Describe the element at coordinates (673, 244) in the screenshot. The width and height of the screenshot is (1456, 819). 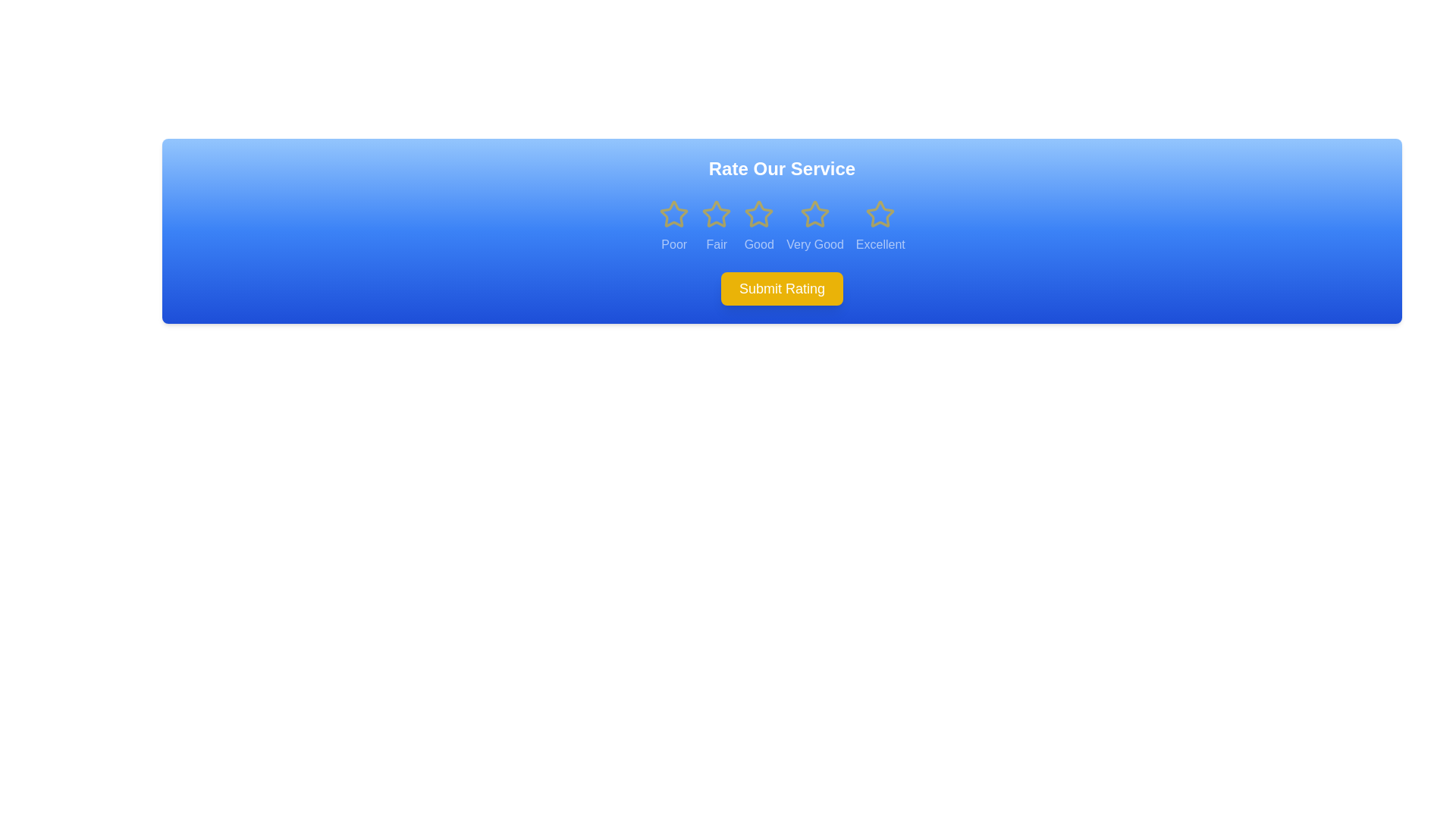
I see `the text label indicating the 'Poor' rating level, which is positioned directly below the first star in the rating section` at that location.